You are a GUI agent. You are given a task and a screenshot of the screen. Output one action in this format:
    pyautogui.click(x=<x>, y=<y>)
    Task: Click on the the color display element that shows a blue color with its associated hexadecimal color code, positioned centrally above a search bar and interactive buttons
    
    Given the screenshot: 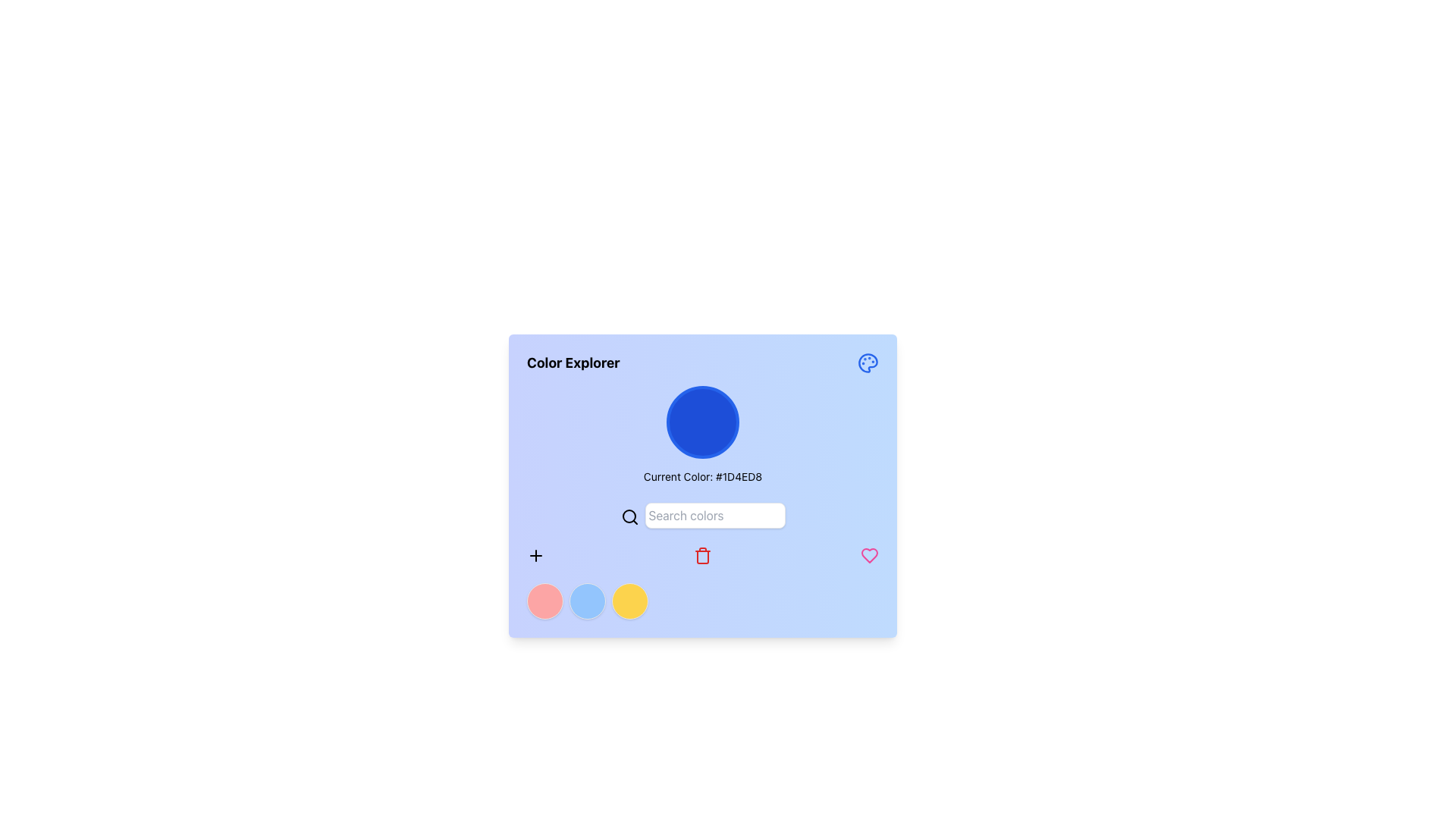 What is the action you would take?
    pyautogui.click(x=701, y=435)
    